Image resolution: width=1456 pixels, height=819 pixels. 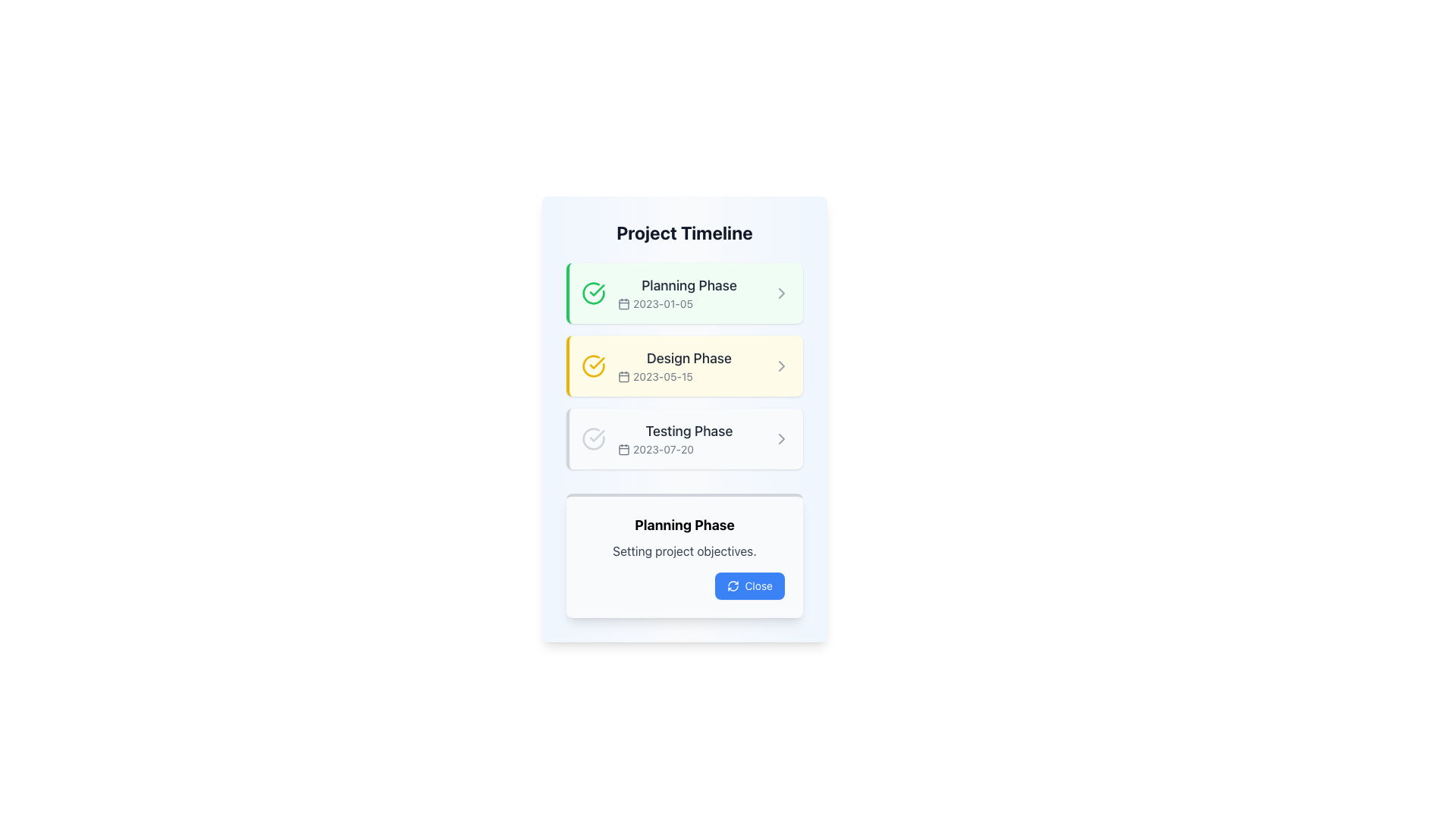 I want to click on the circular arc forming part of a green circle with a checkmark inside, located to the left of the text 'Planning Phase' in the topmost card of the timeline, so click(x=592, y=293).